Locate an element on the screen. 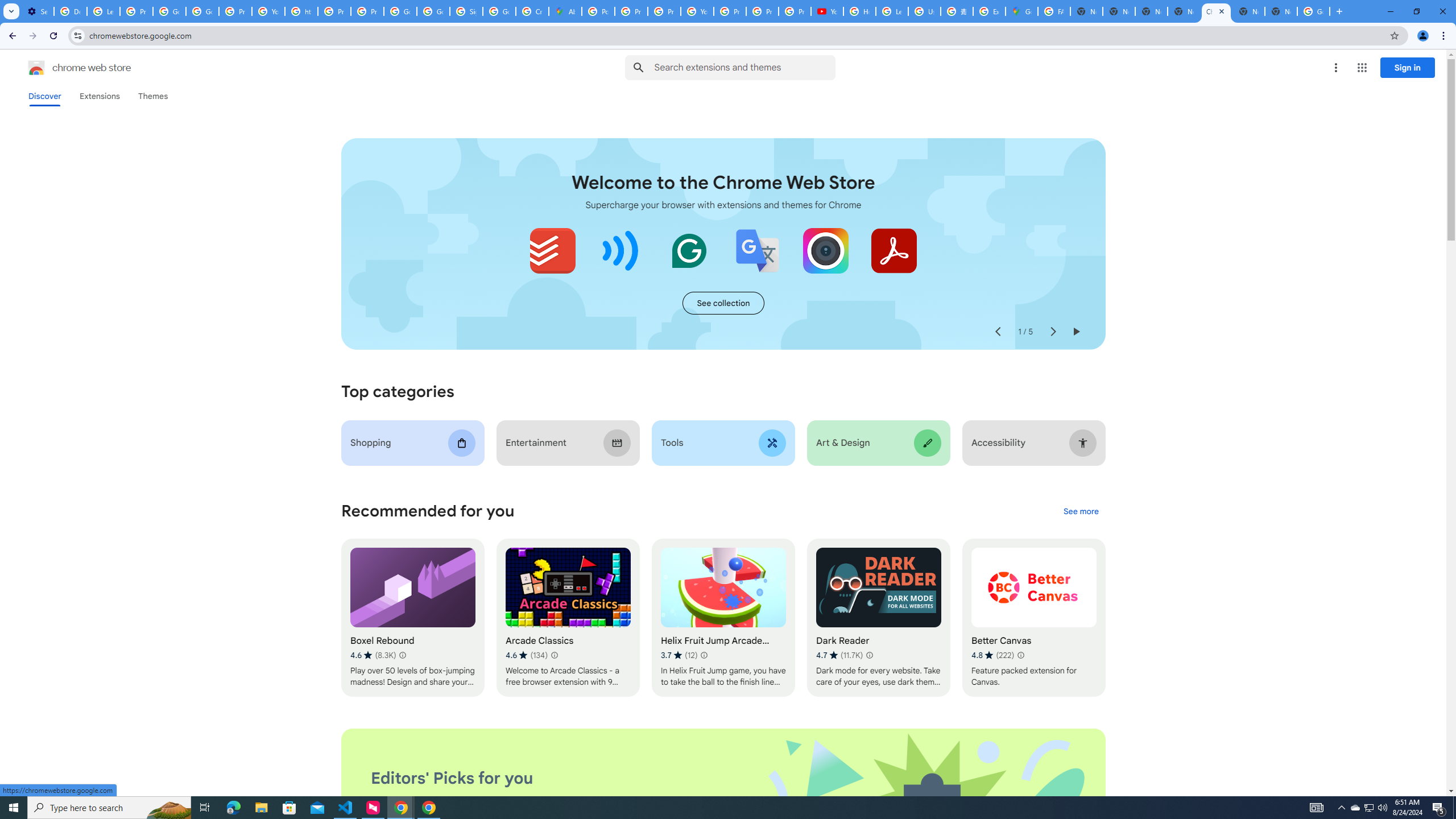 This screenshot has width=1456, height=819. 'Learn more about results and reviews "Better Canvas"' is located at coordinates (1020, 655).